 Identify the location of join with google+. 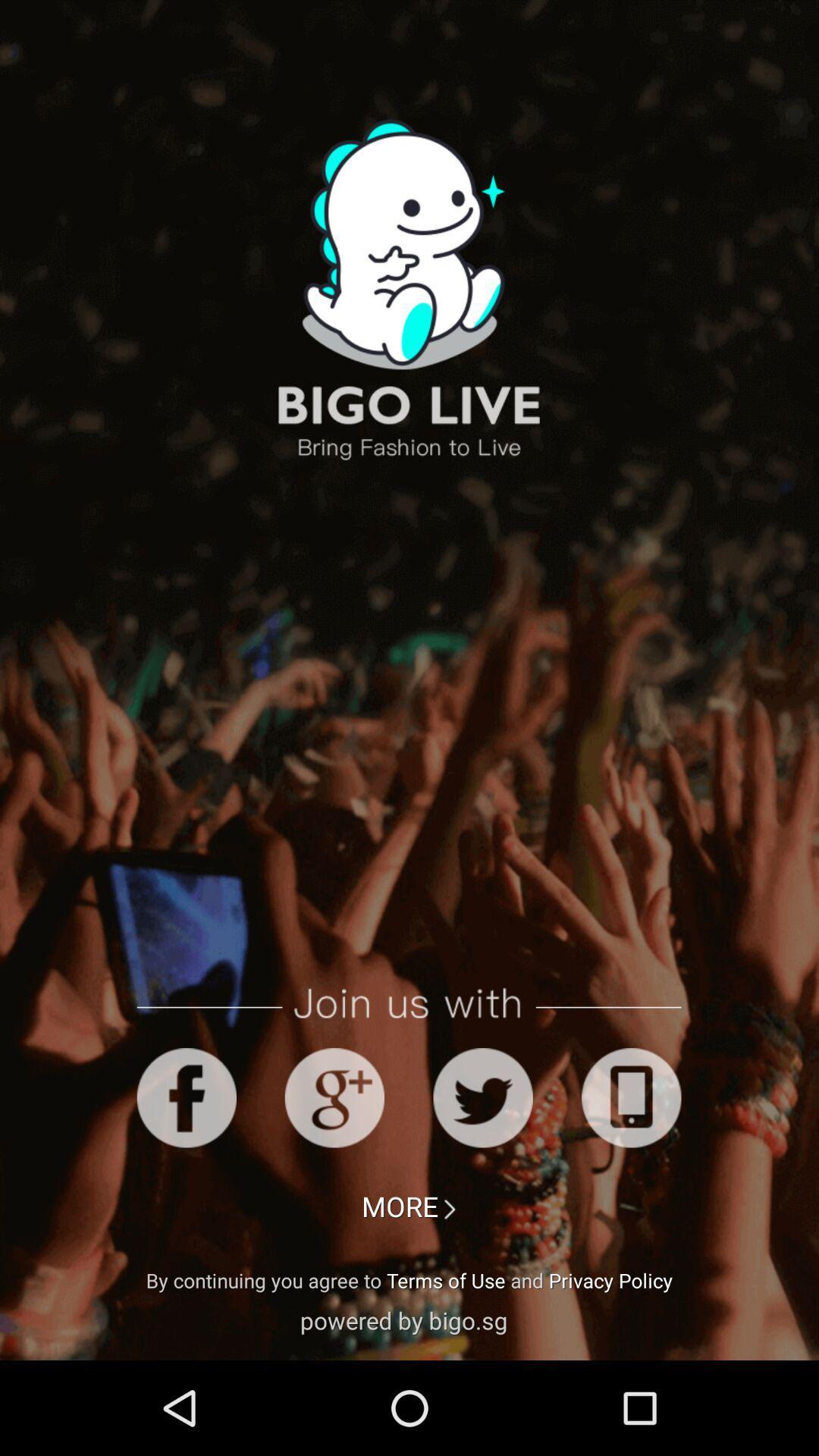
(334, 1097).